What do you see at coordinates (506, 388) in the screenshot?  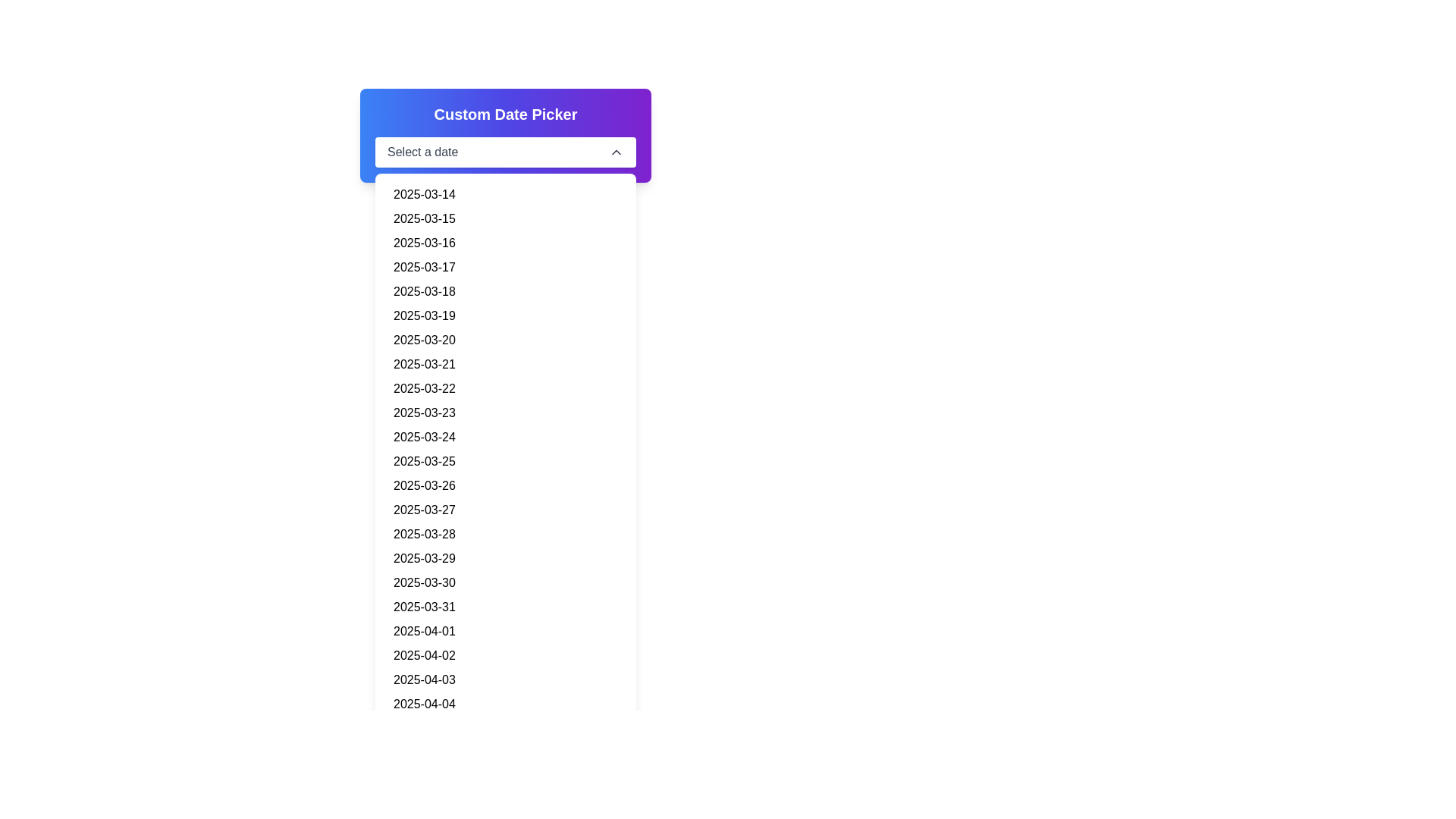 I see `the date '2025-03-22' by clicking on the ninth list item in the date selection dropdown menu` at bounding box center [506, 388].